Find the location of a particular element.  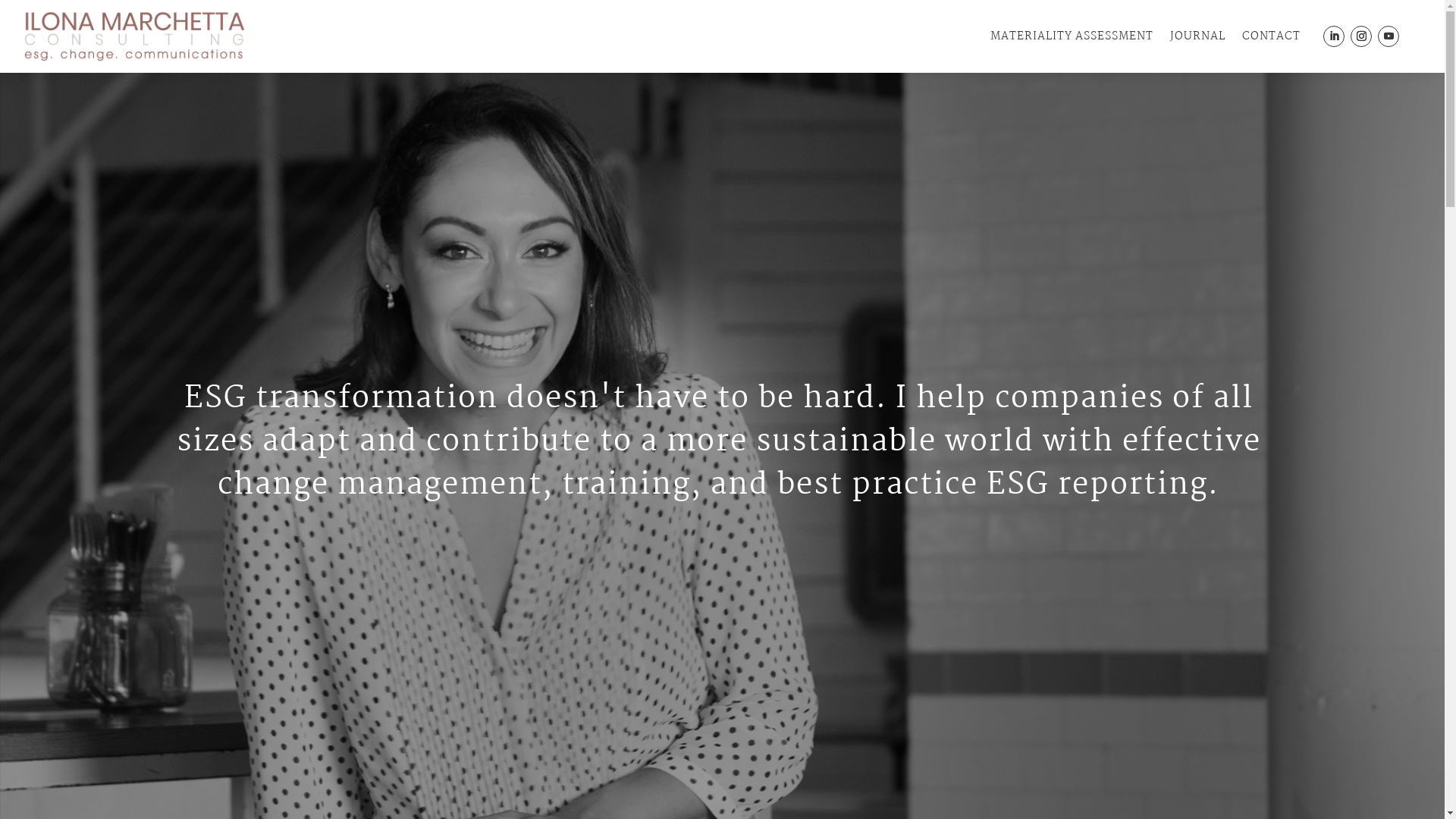

'JOURNAL' is located at coordinates (1197, 35).